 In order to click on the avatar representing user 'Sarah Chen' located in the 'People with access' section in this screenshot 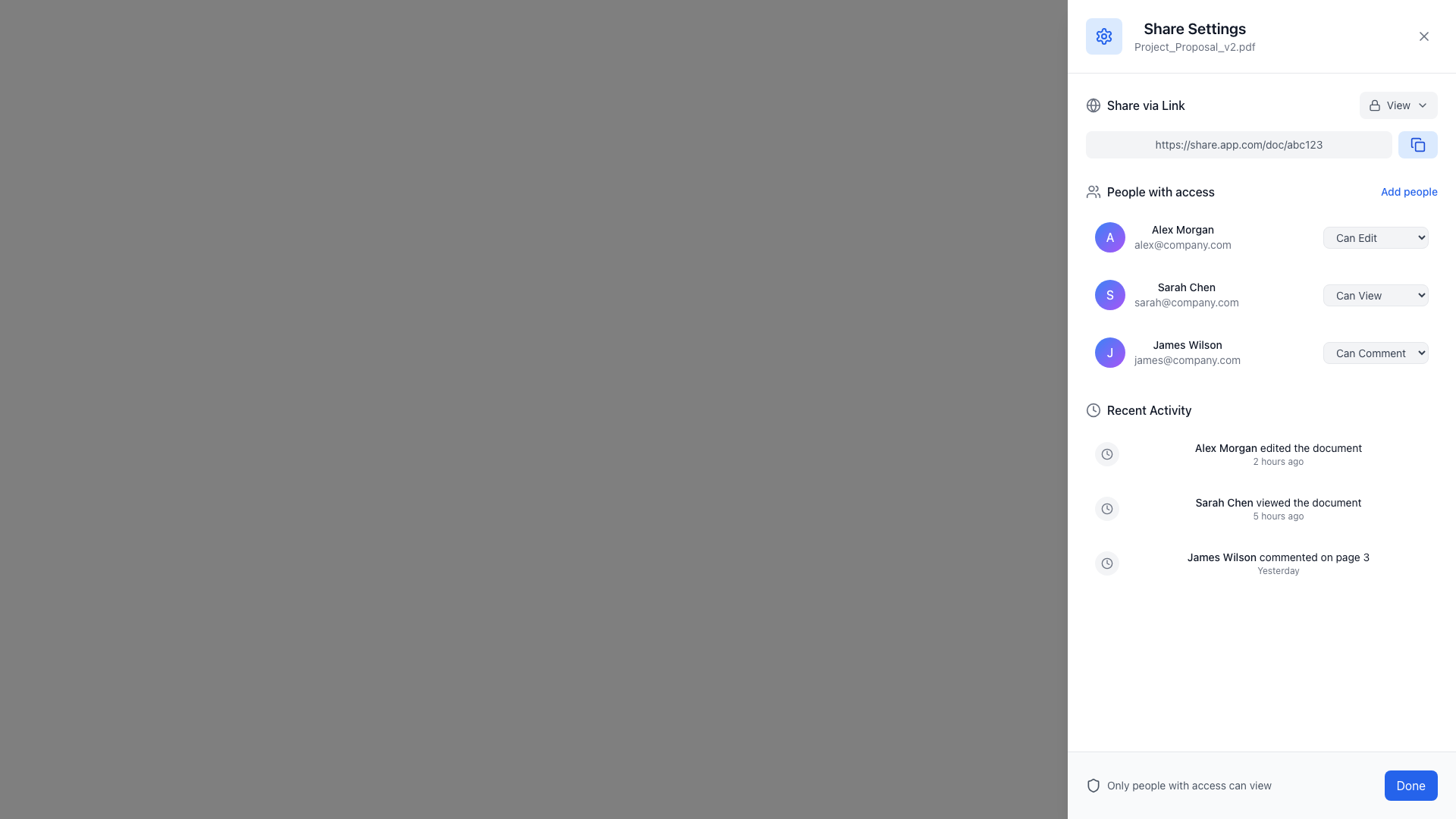, I will do `click(1110, 295)`.